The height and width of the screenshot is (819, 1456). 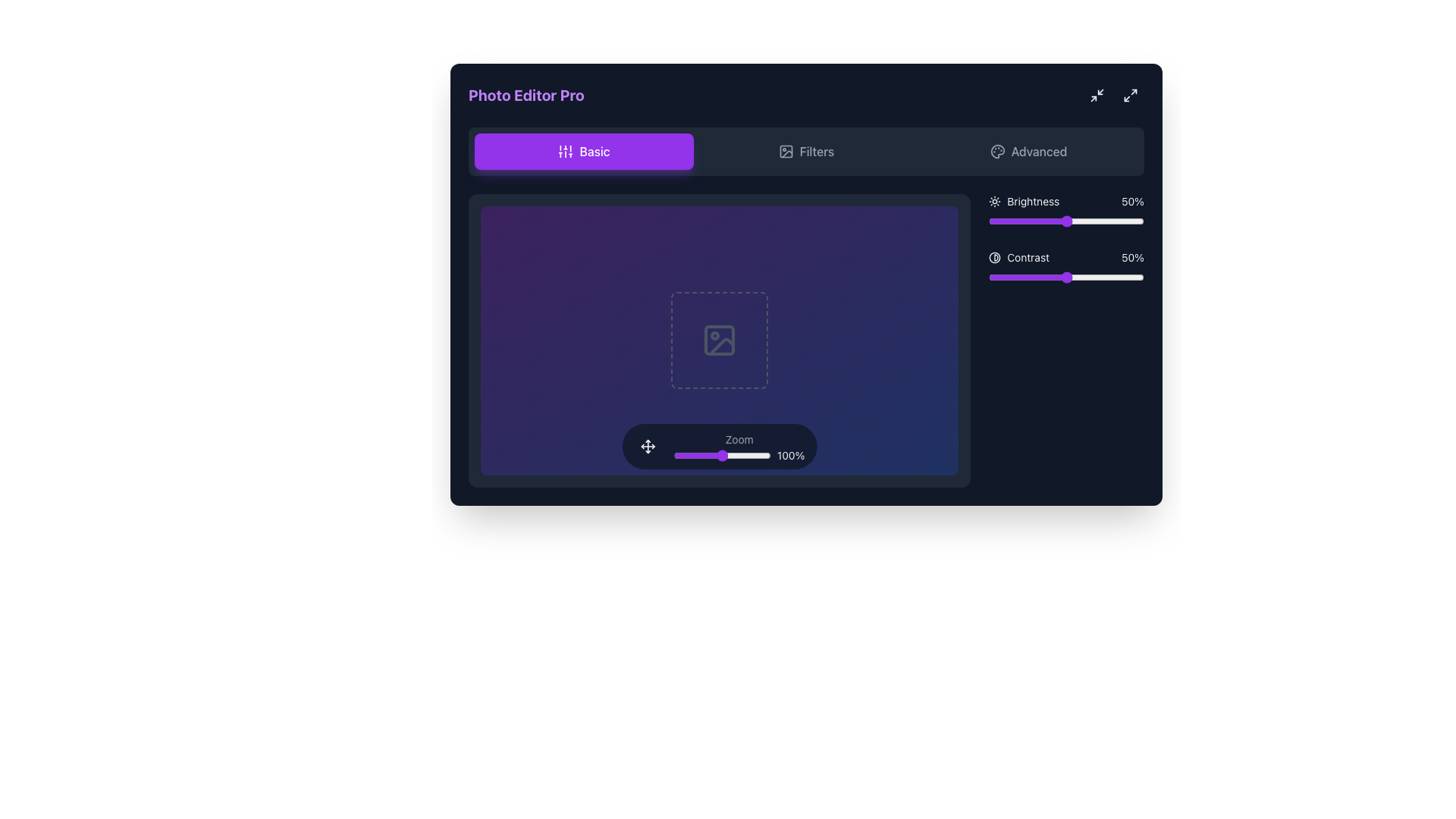 I want to click on the 'Filters' button located in the top navigation bar, which features an icon representing the 'Filters' functionality, so click(x=786, y=152).